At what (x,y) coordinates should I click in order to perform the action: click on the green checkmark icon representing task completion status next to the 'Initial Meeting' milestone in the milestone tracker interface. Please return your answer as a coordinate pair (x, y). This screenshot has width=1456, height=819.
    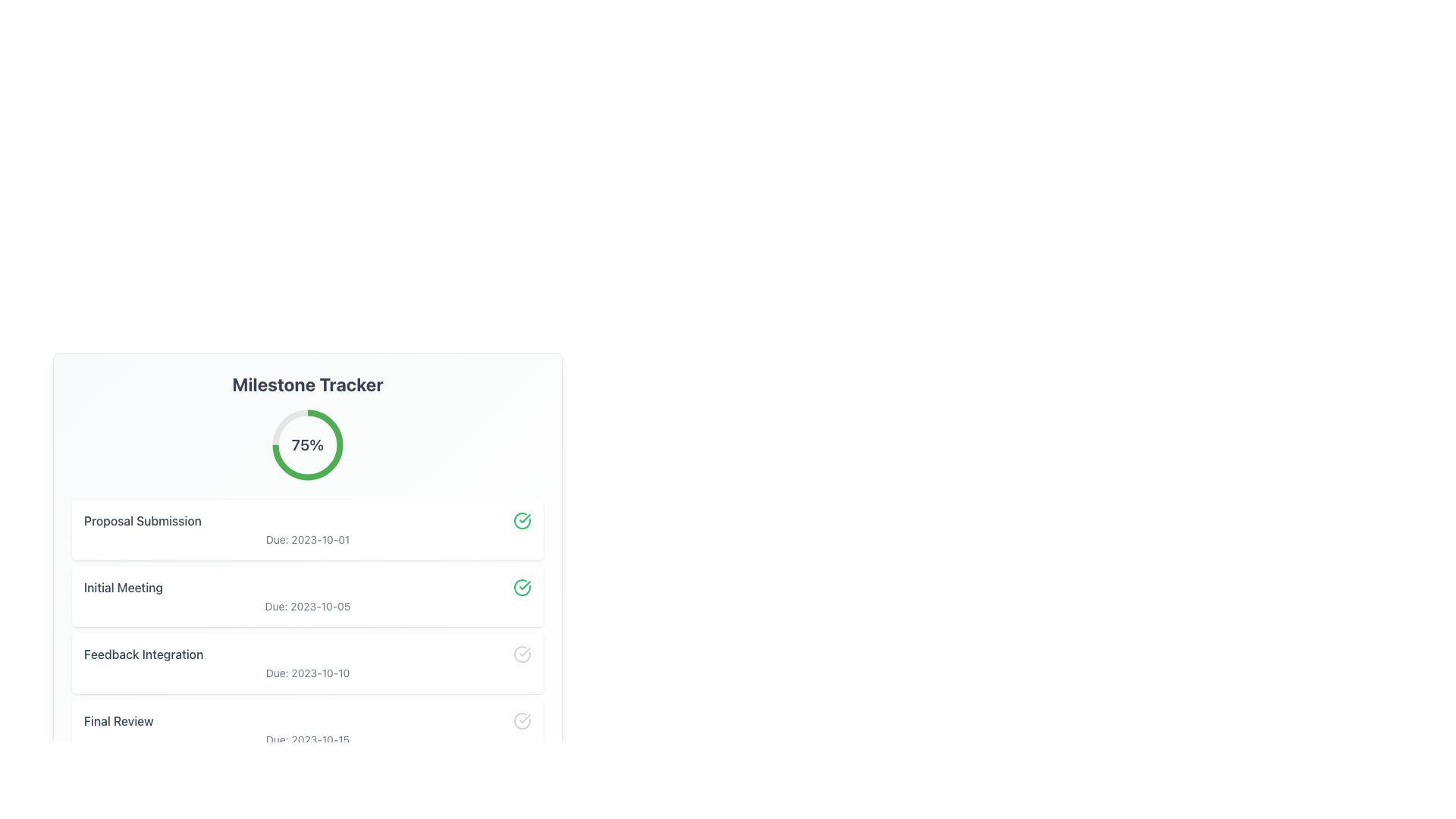
    Looking at the image, I should click on (525, 584).